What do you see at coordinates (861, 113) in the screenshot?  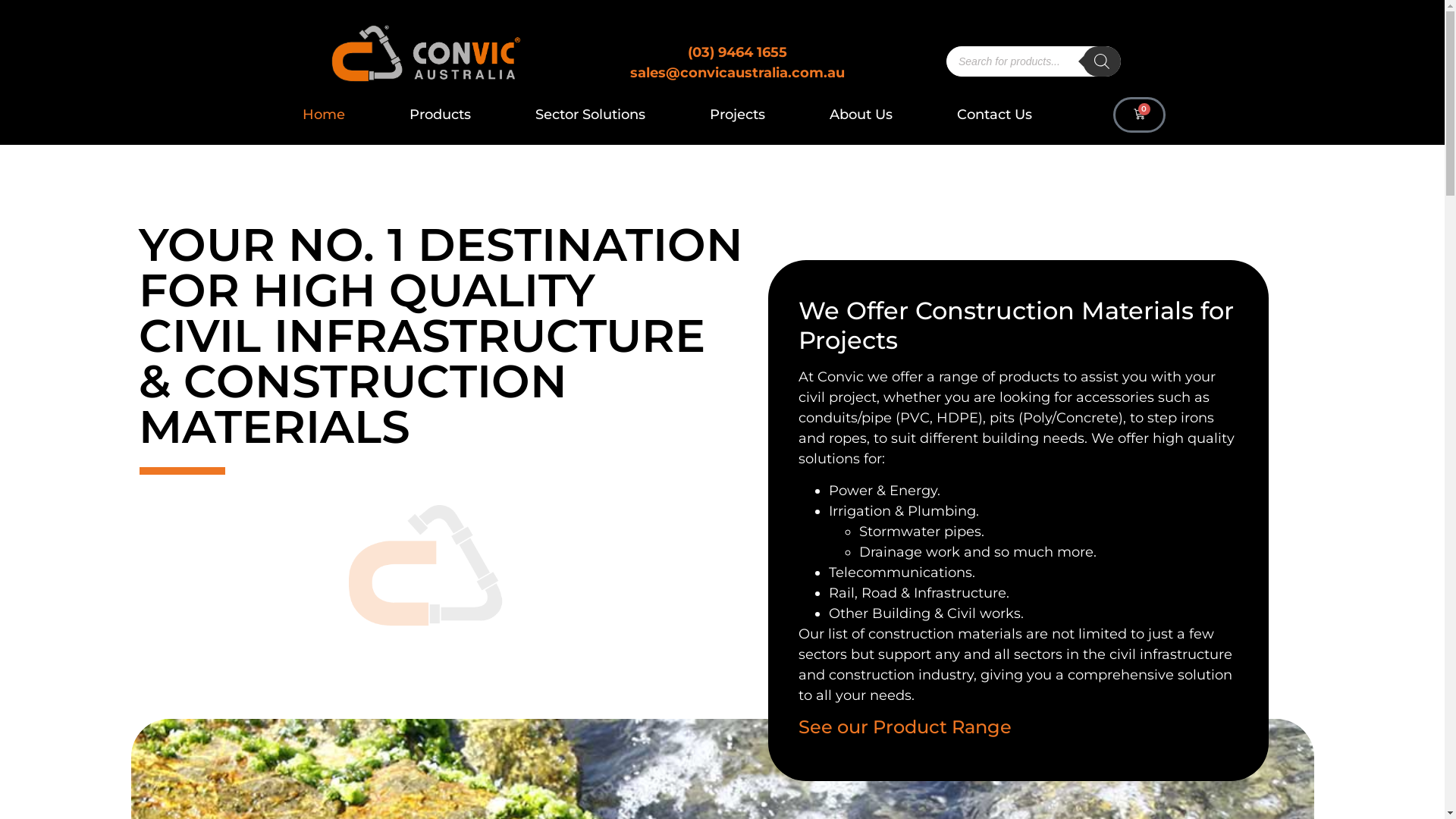 I see `'About Us'` at bounding box center [861, 113].